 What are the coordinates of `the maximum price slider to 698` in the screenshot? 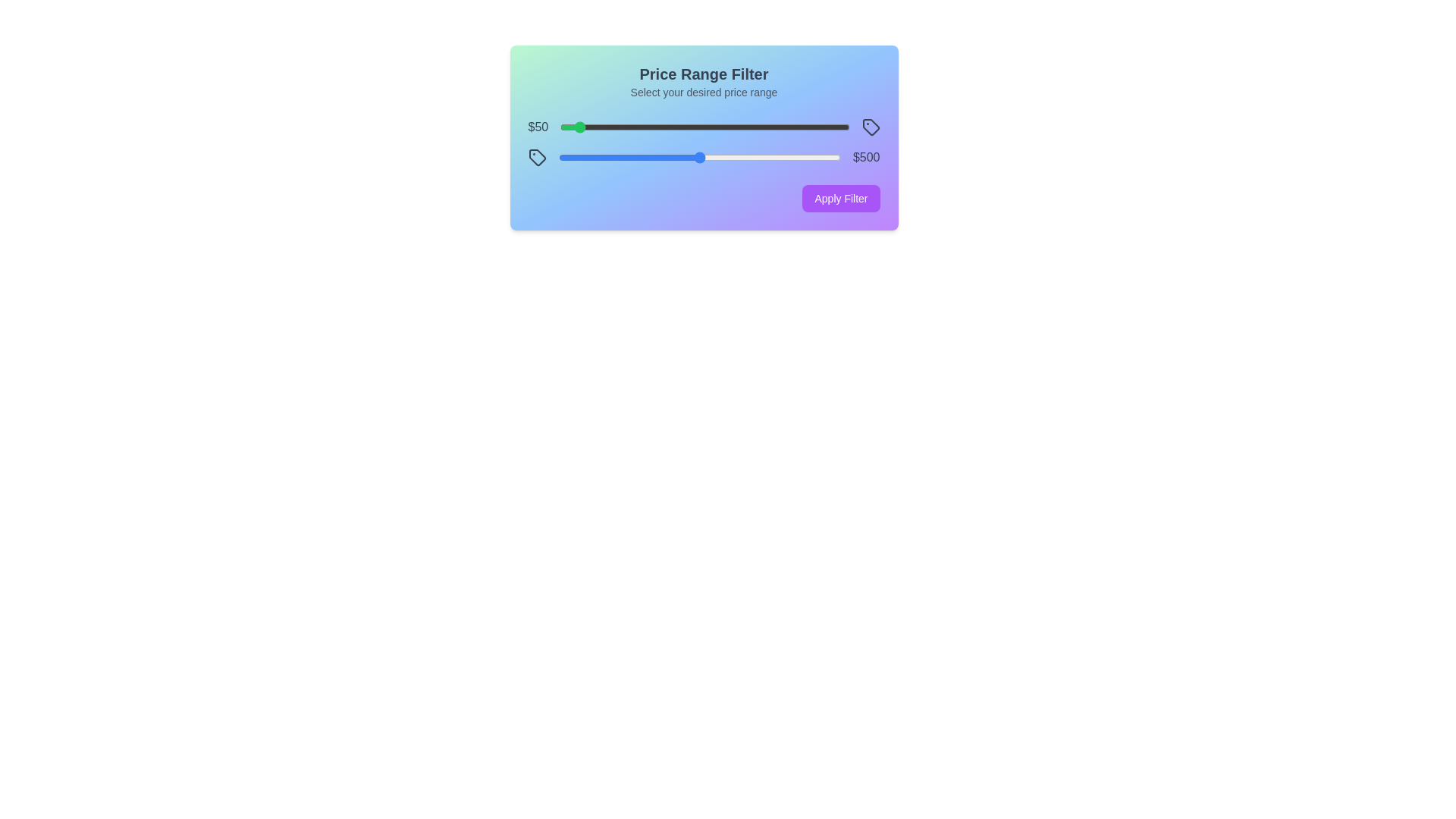 It's located at (755, 158).